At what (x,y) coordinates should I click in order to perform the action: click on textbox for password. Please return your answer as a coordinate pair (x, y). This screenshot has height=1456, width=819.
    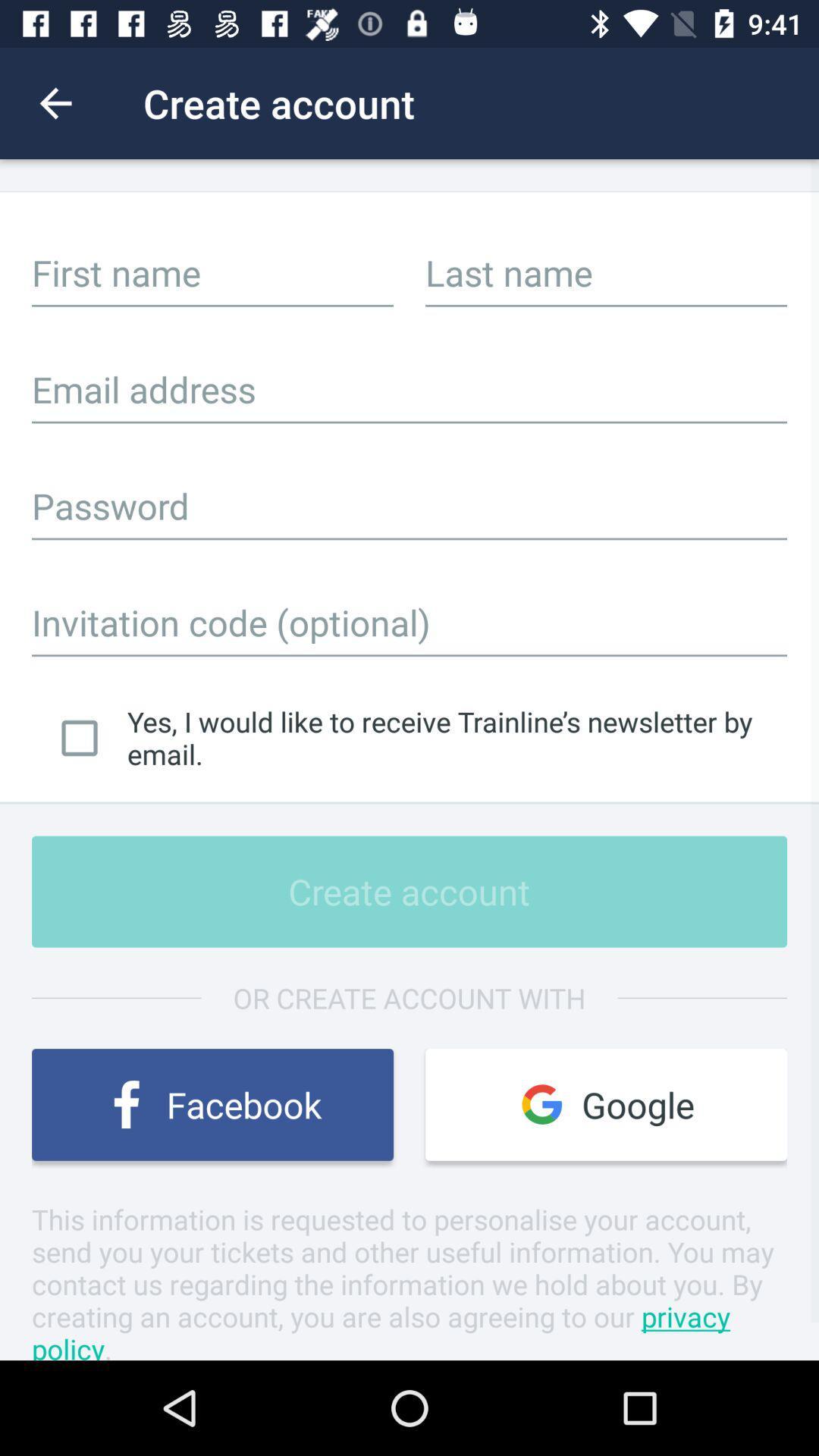
    Looking at the image, I should click on (409, 506).